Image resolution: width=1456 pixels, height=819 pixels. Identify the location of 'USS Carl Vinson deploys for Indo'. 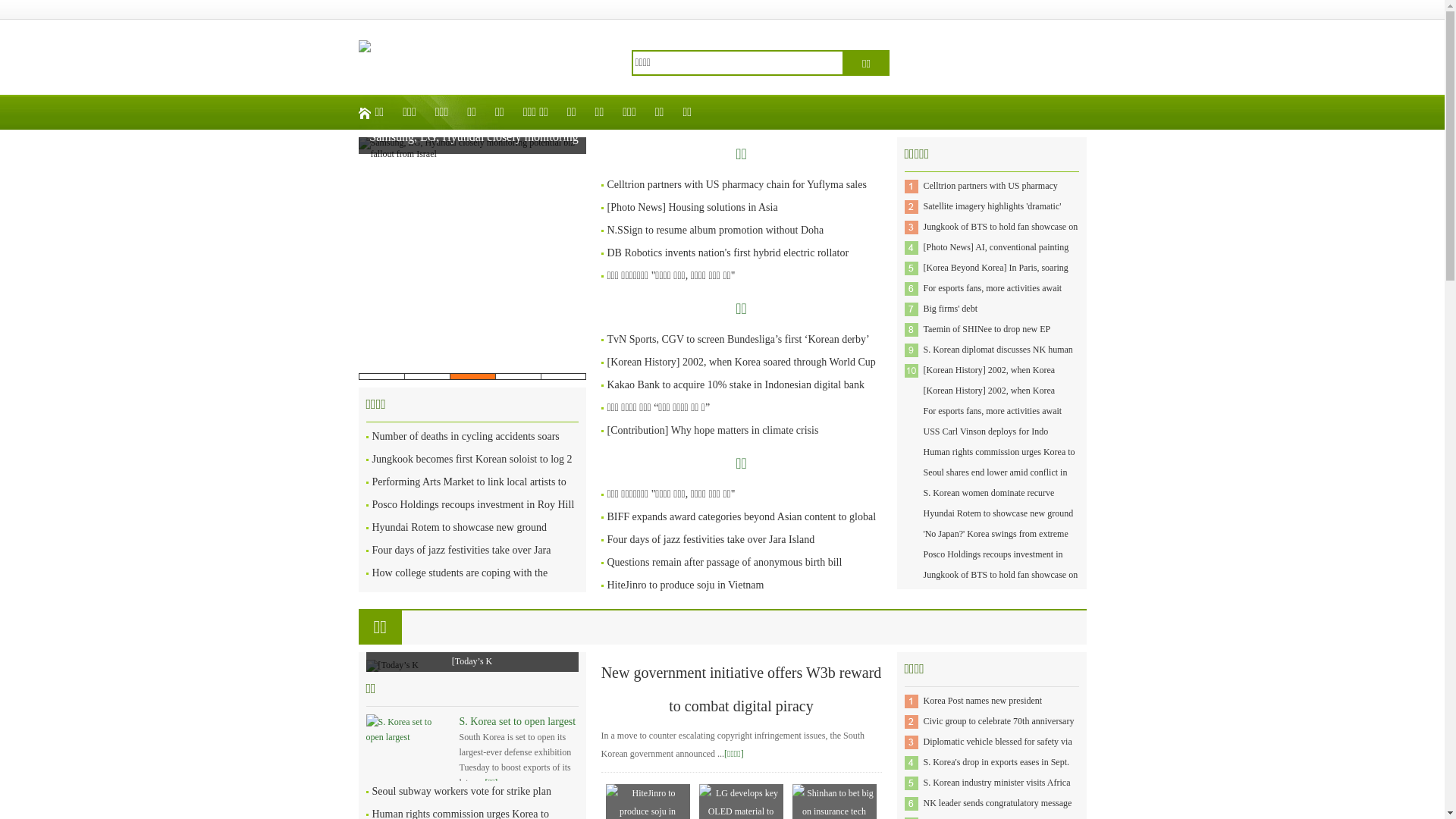
(986, 431).